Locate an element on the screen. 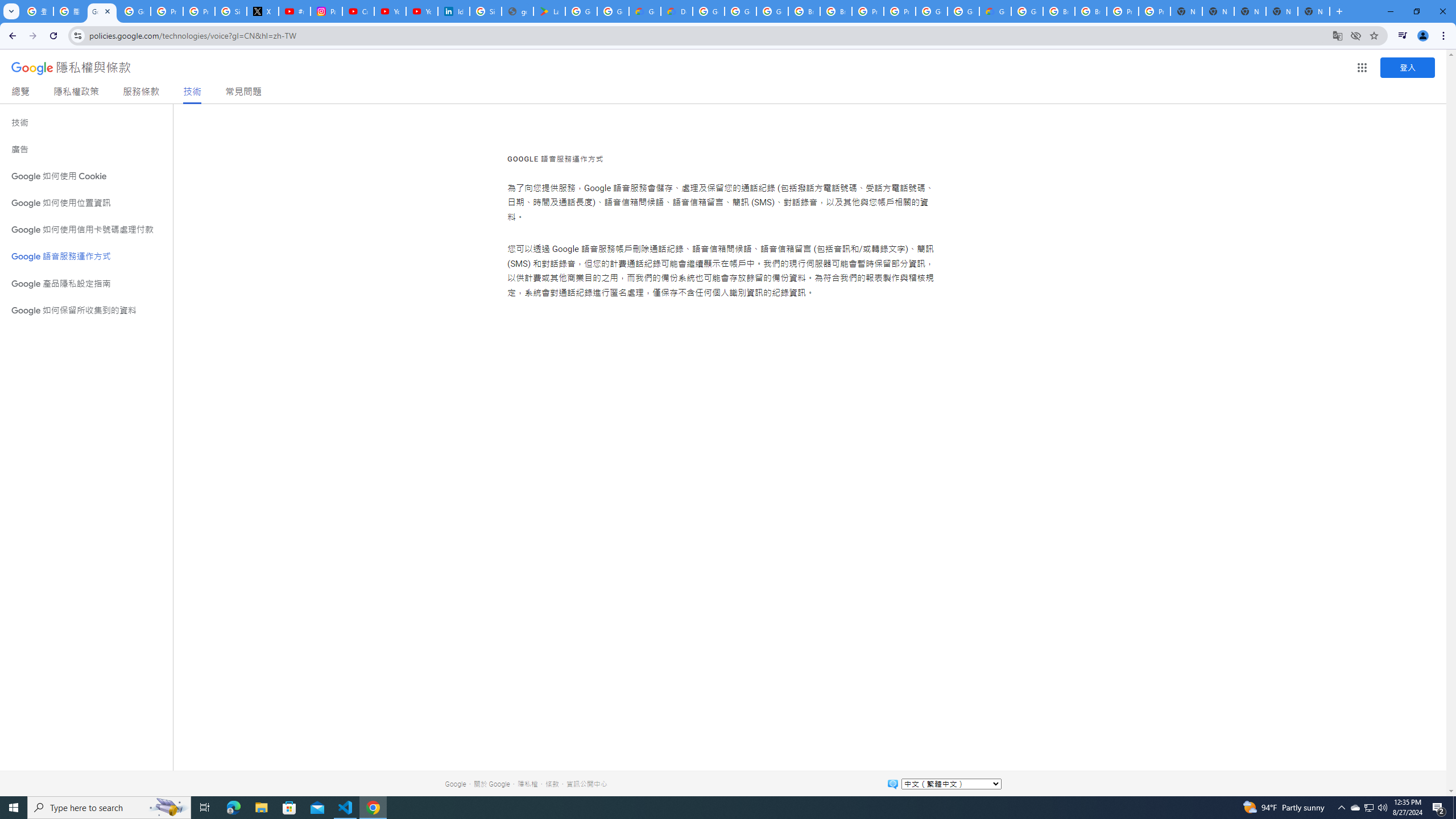 The width and height of the screenshot is (1456, 819). 'Google Cloud Platform' is located at coordinates (962, 11).